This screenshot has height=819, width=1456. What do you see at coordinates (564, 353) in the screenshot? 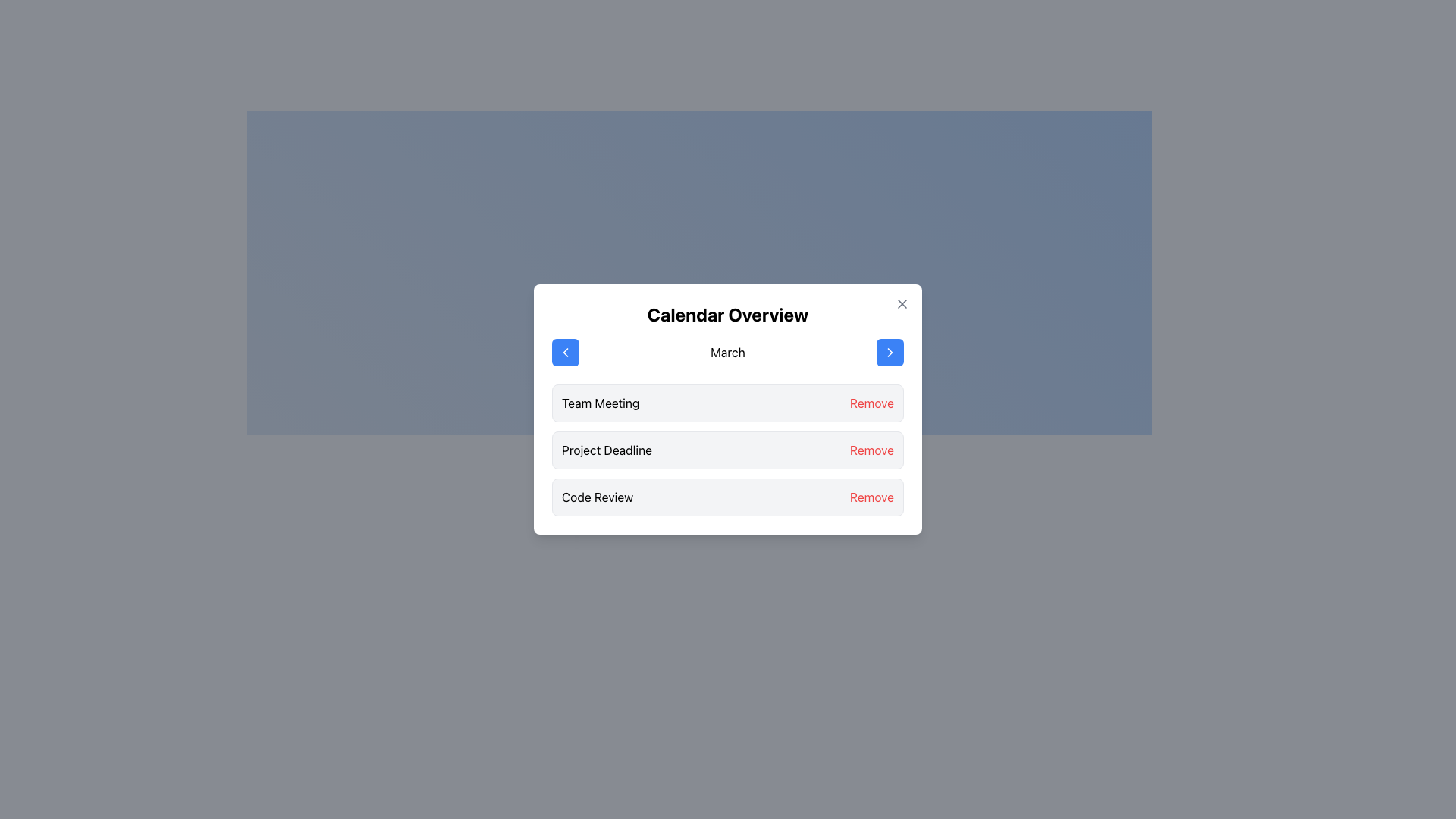
I see `the blue square-shaped button with rounded corners that has a left-pointing arrow icon inside` at bounding box center [564, 353].